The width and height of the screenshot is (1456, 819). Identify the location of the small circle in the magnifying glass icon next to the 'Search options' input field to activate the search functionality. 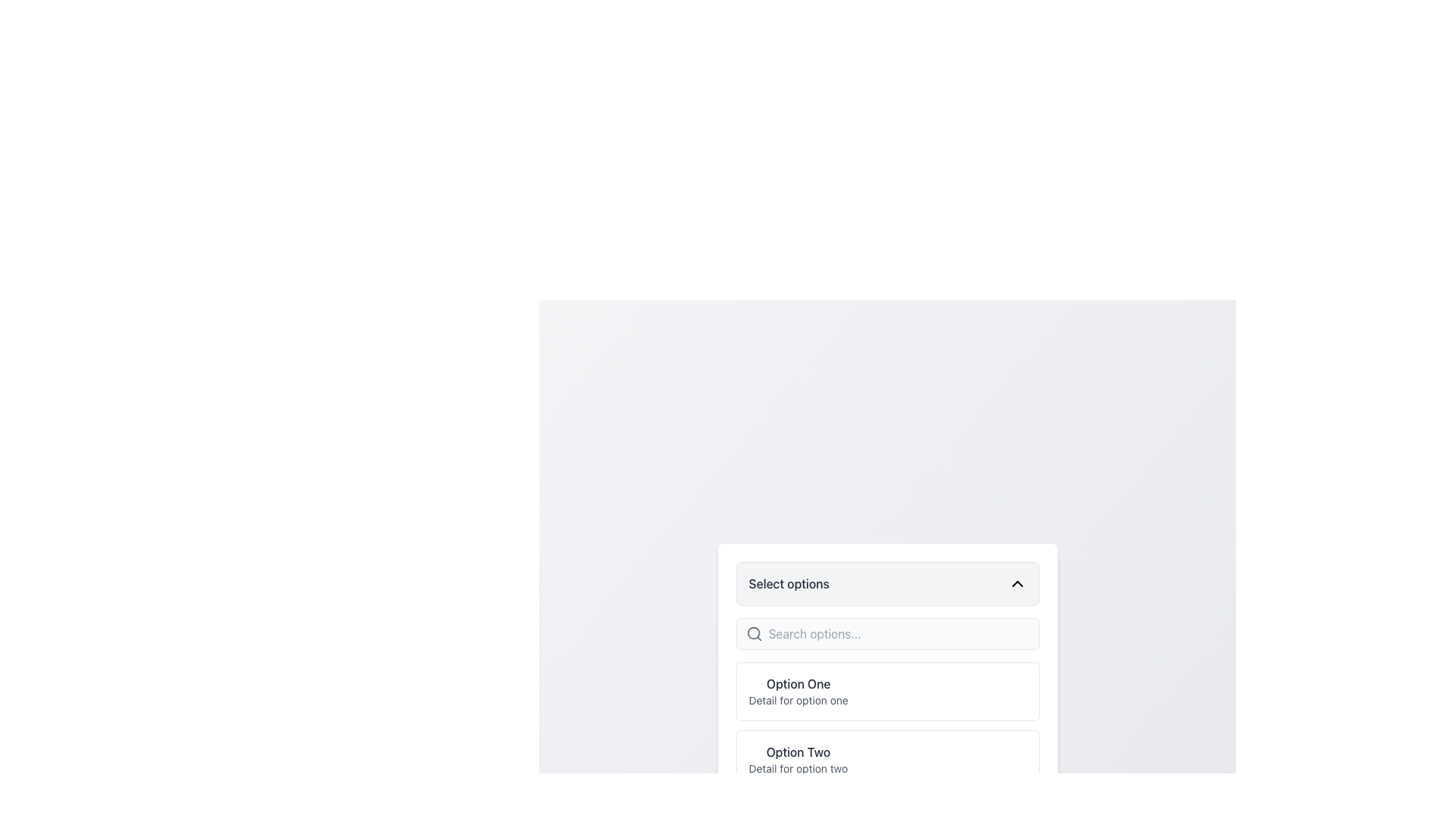
(753, 633).